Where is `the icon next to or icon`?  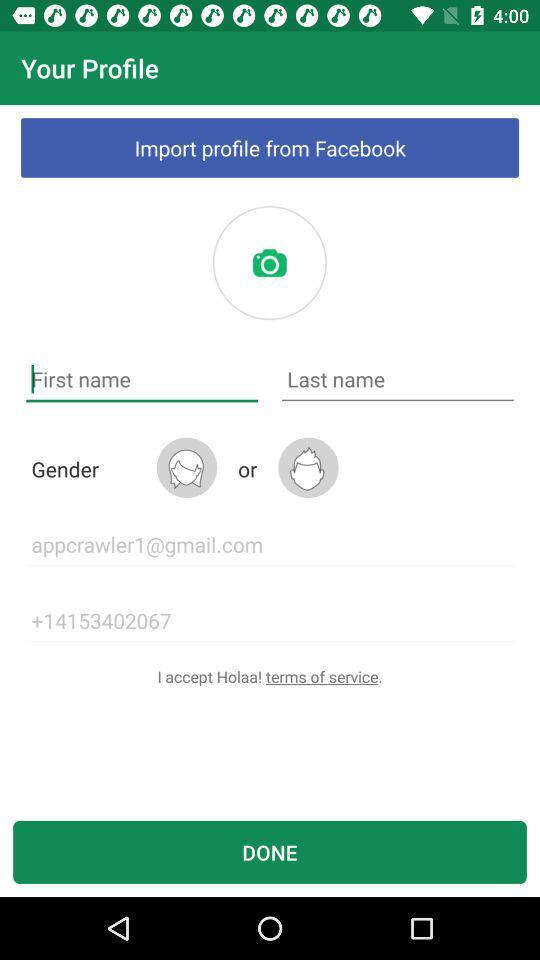 the icon next to or icon is located at coordinates (308, 467).